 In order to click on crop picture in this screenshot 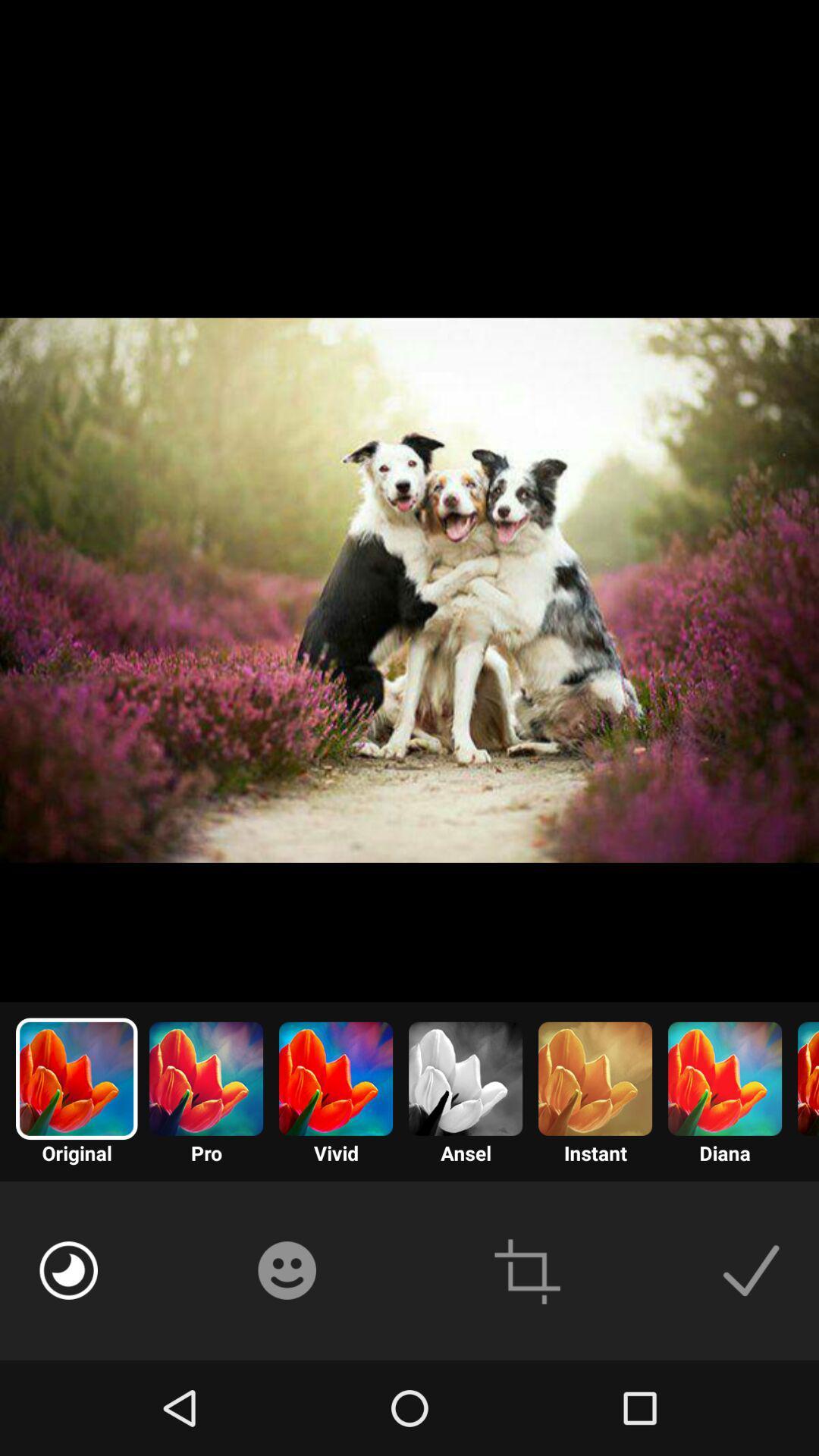, I will do `click(526, 1270)`.